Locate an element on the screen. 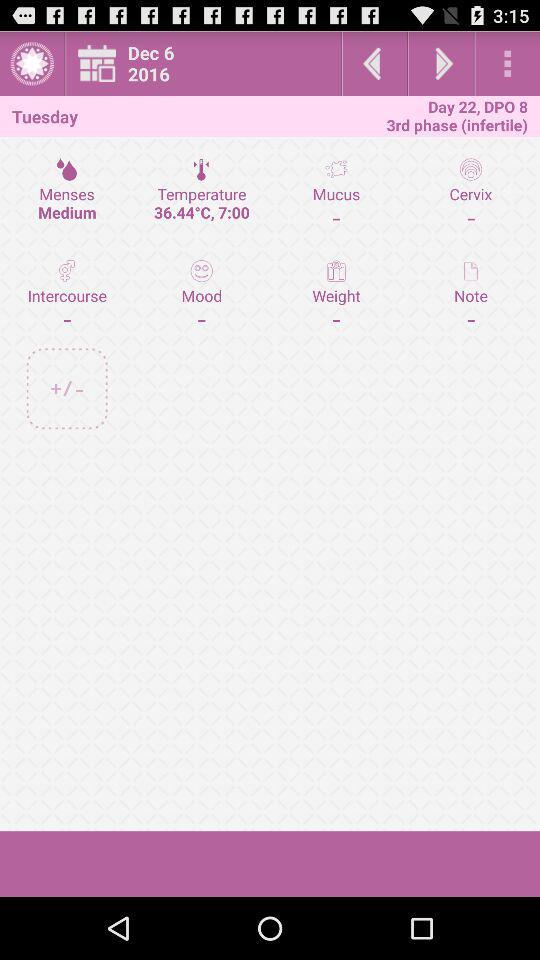 The image size is (540, 960). temperature 36 44 item is located at coordinates (201, 193).